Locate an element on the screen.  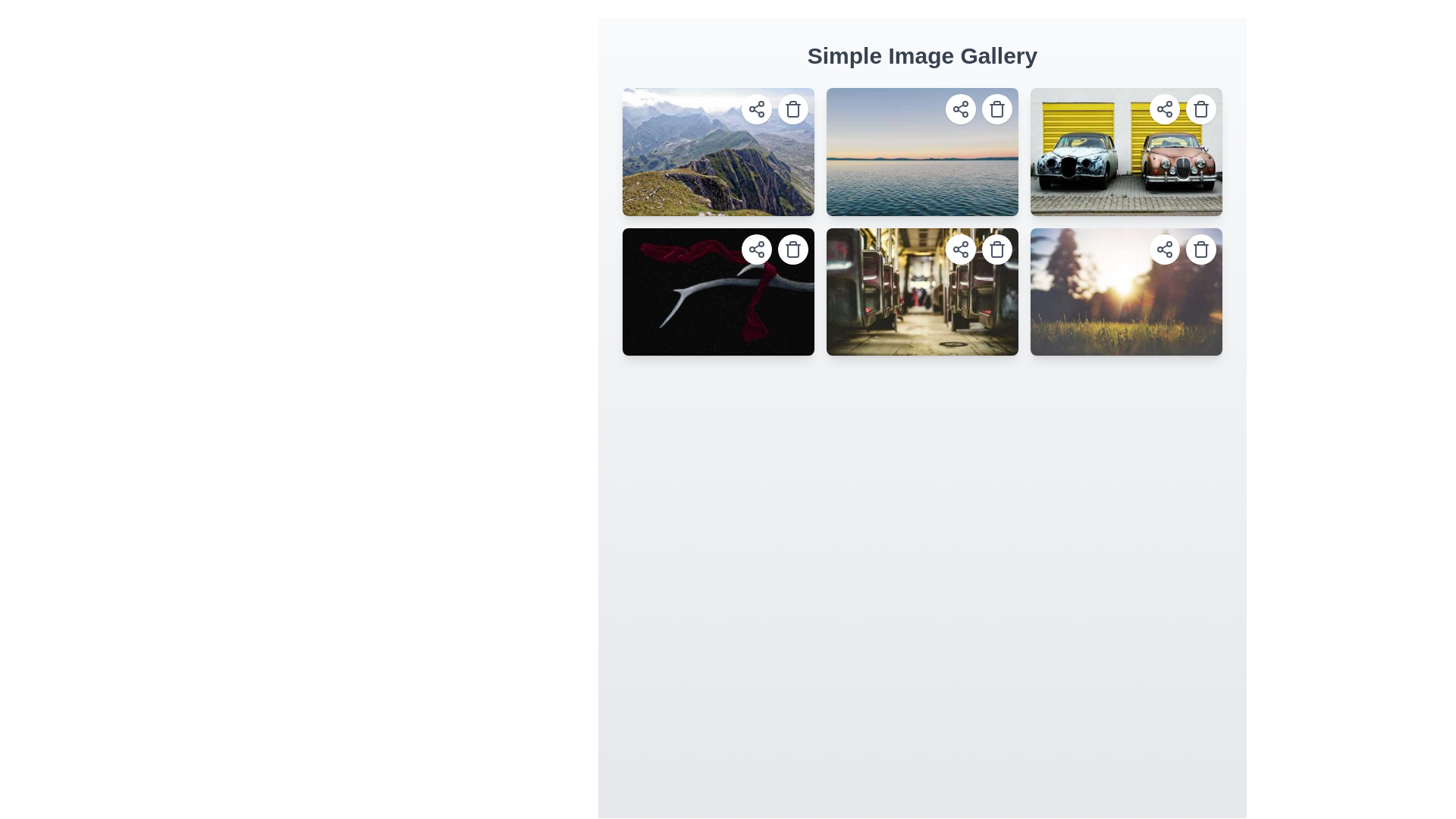
the circular delete button with a dark trashcan icon located in the top-right corner of the third image in the grid layout is located at coordinates (1200, 108).